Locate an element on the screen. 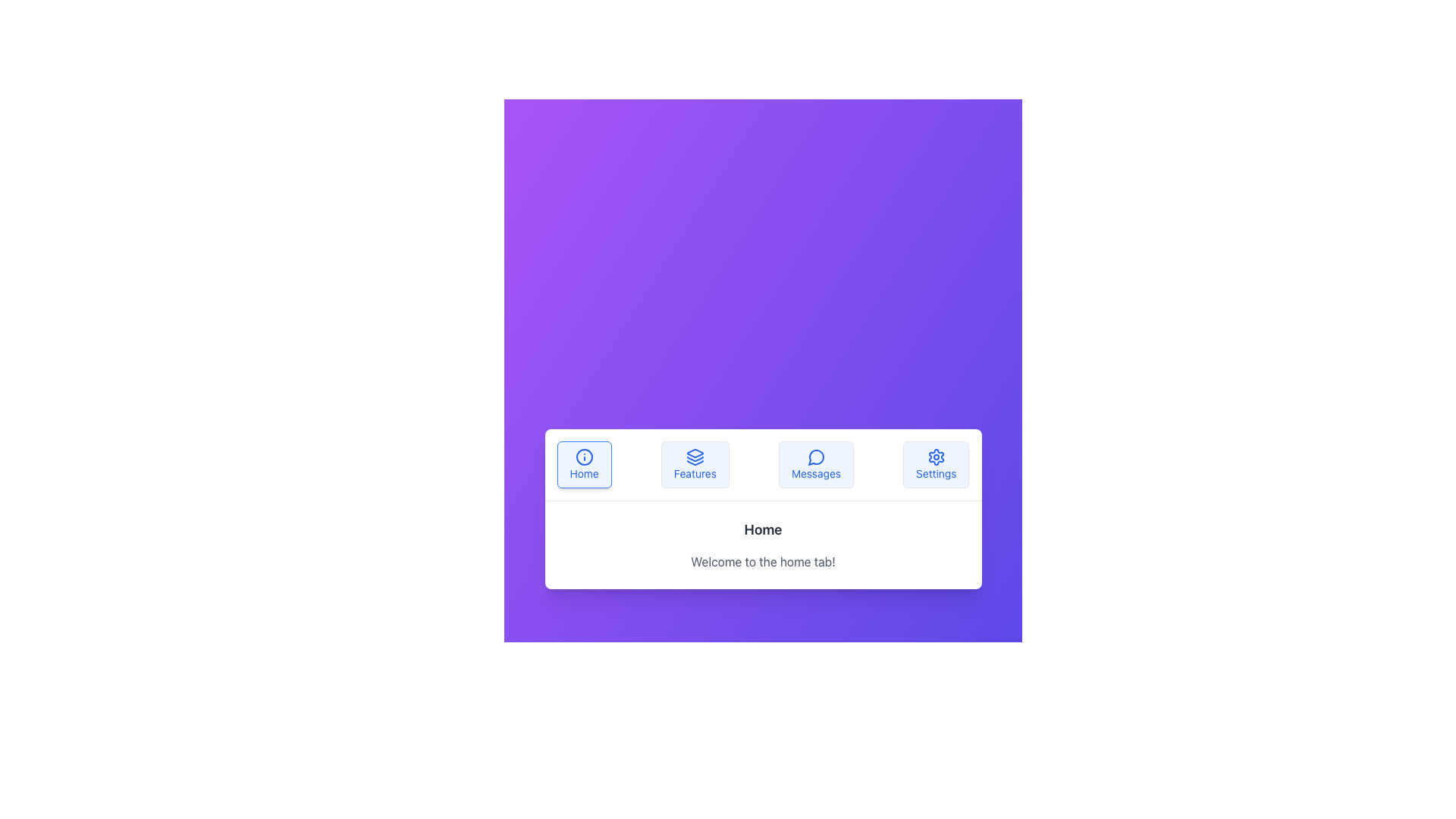 The height and width of the screenshot is (819, 1456). the gear-shaped icon located in the settings section of the interface is located at coordinates (935, 456).